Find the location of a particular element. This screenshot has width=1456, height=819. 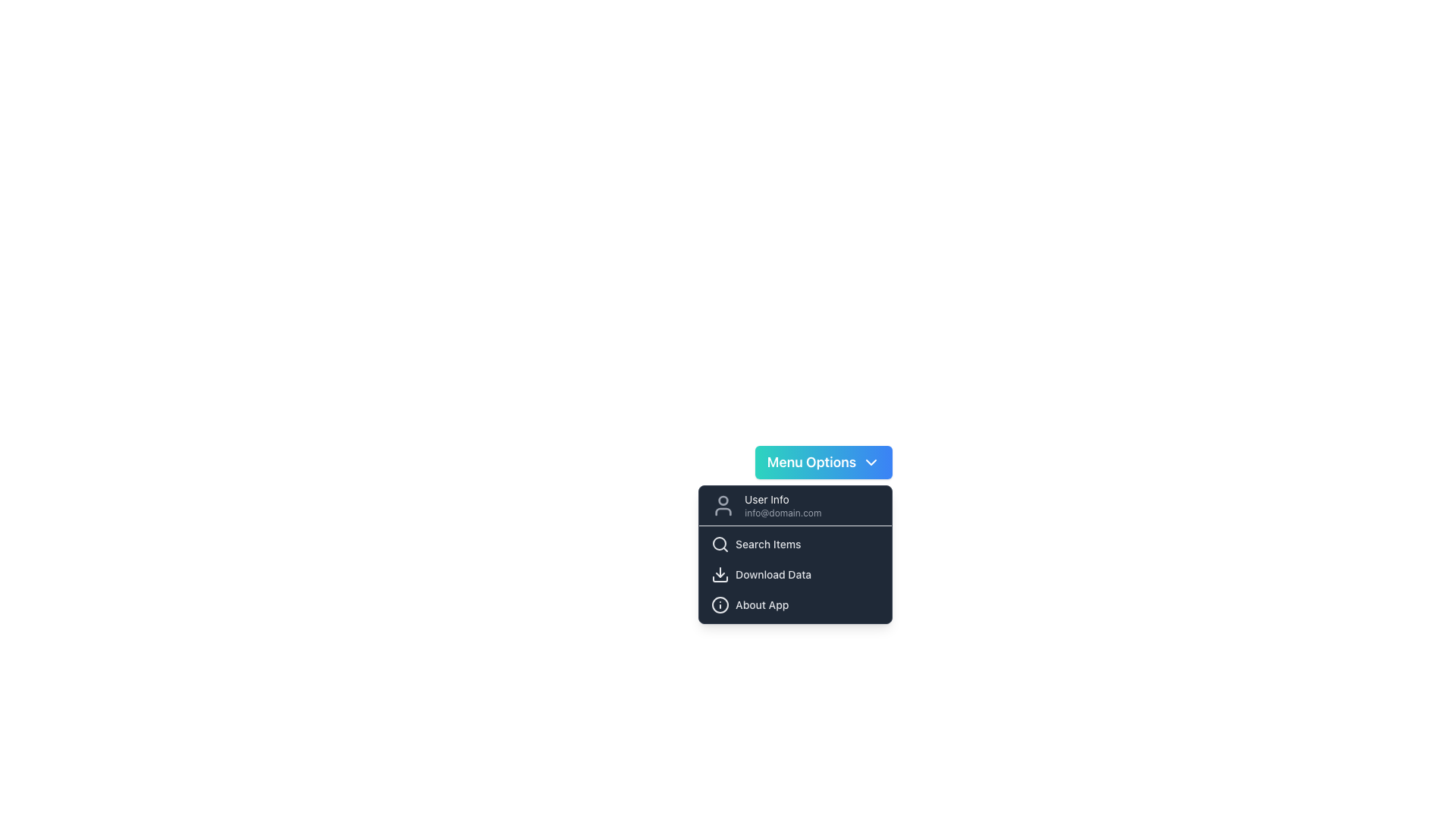

the 'Download Data' button, which is dark gray with white text and is the third option in the vertical menu beneath the 'Menu Options' button is located at coordinates (795, 575).